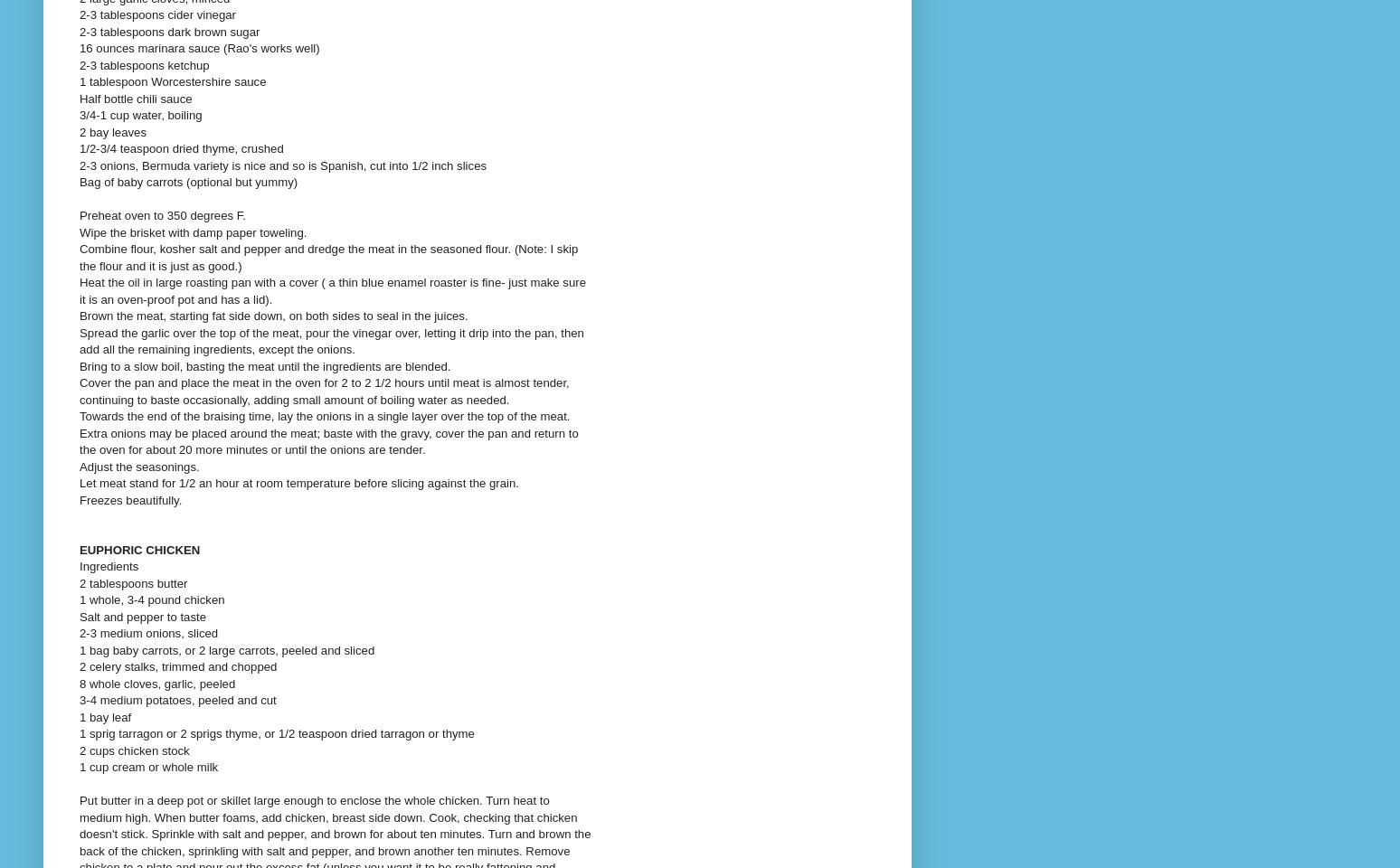  Describe the element at coordinates (136, 98) in the screenshot. I see `'Half bottle chili sauce'` at that location.